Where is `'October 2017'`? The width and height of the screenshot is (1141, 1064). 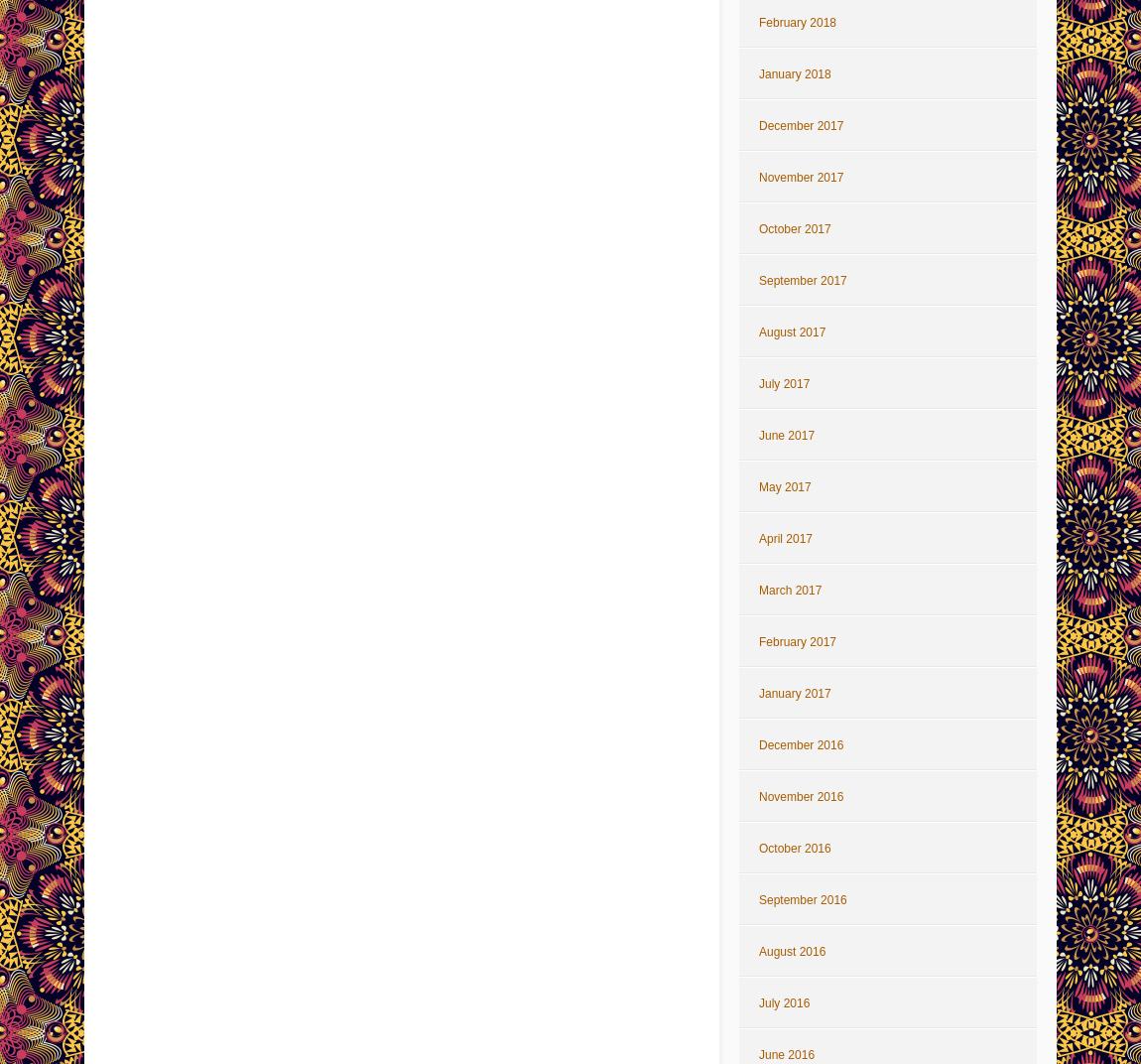 'October 2017' is located at coordinates (793, 229).